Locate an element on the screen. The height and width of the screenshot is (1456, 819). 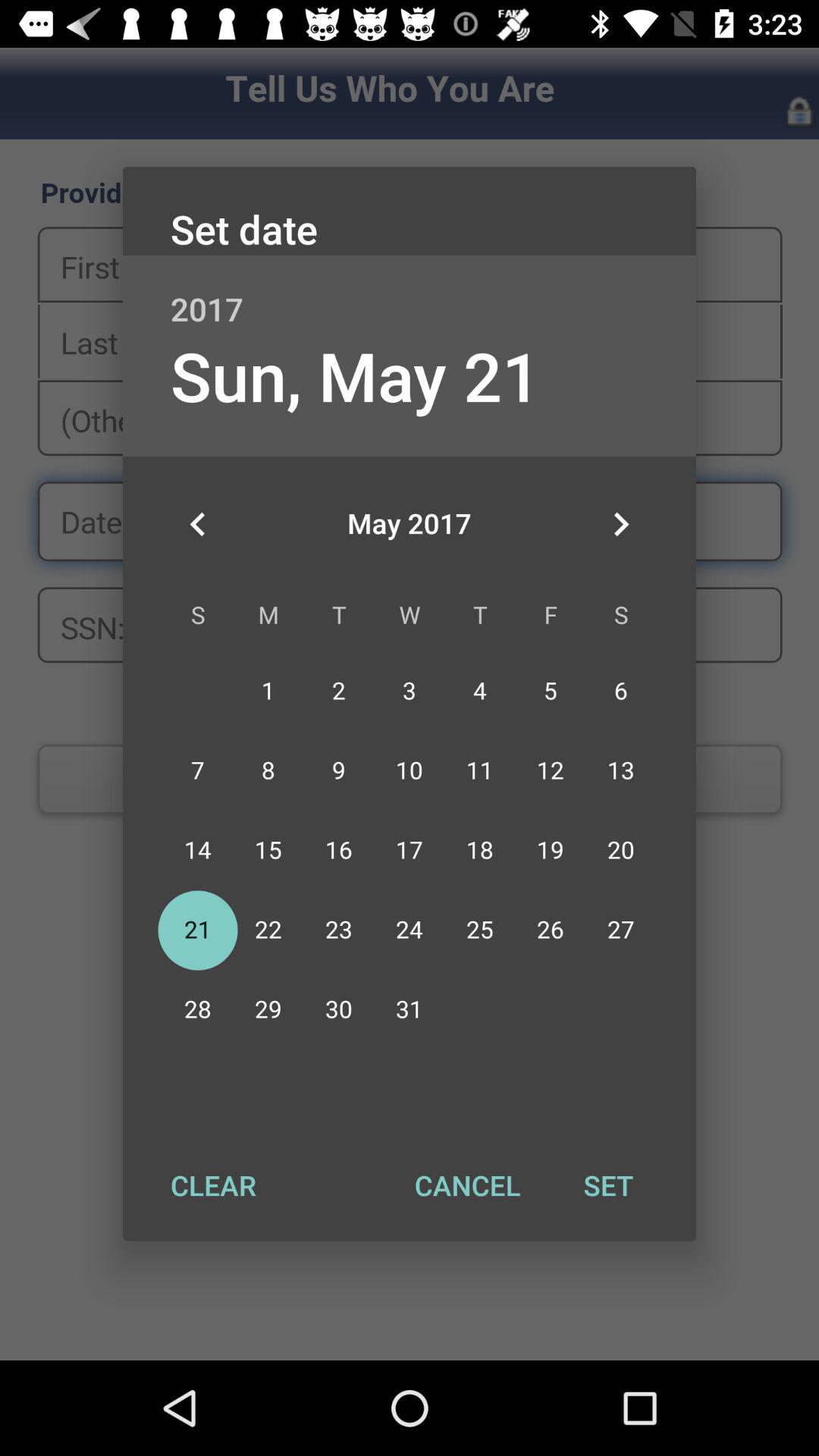
the icon below sun, may 21 item is located at coordinates (197, 524).